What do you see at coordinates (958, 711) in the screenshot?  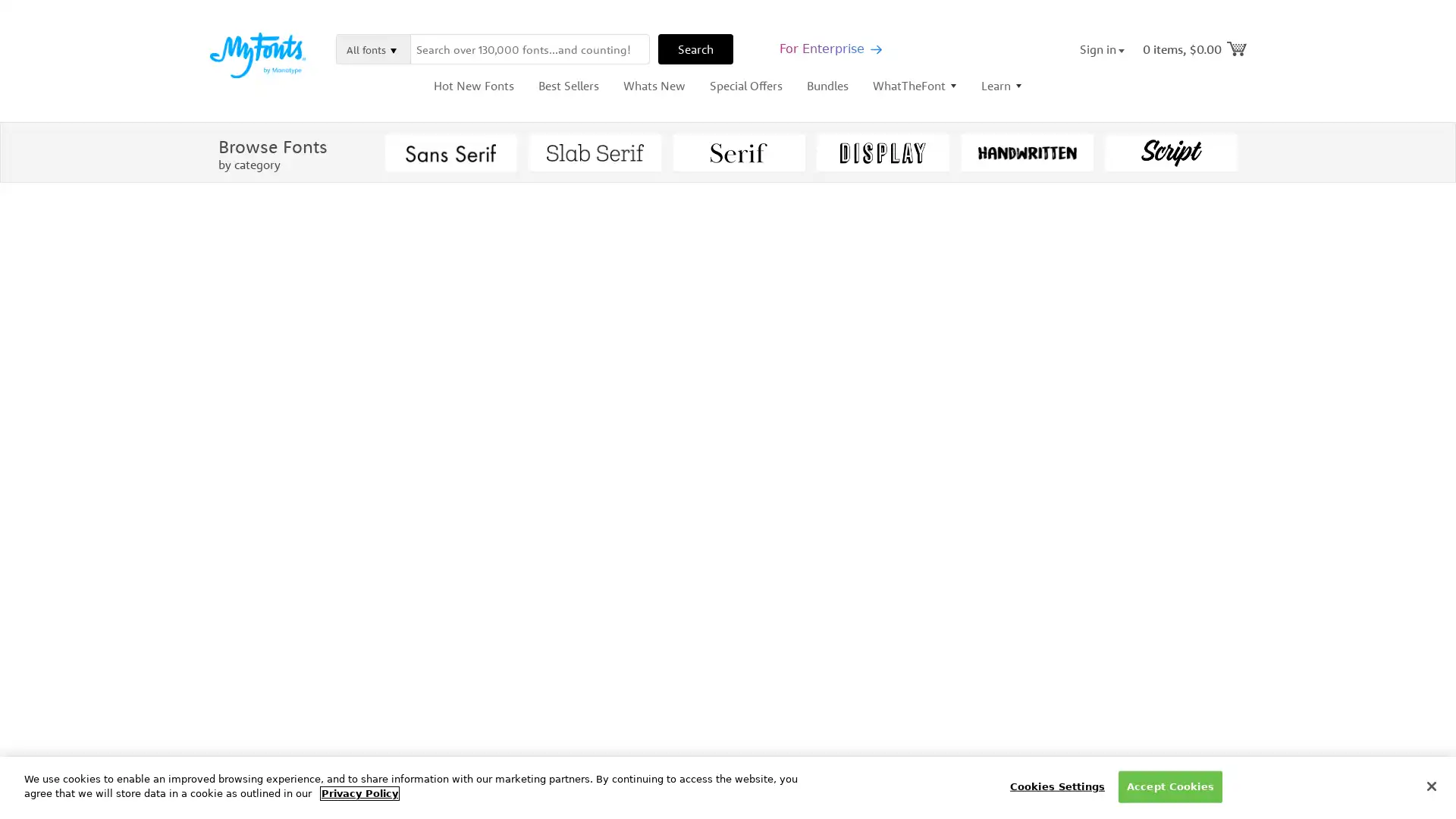 I see `Buying Choices` at bounding box center [958, 711].